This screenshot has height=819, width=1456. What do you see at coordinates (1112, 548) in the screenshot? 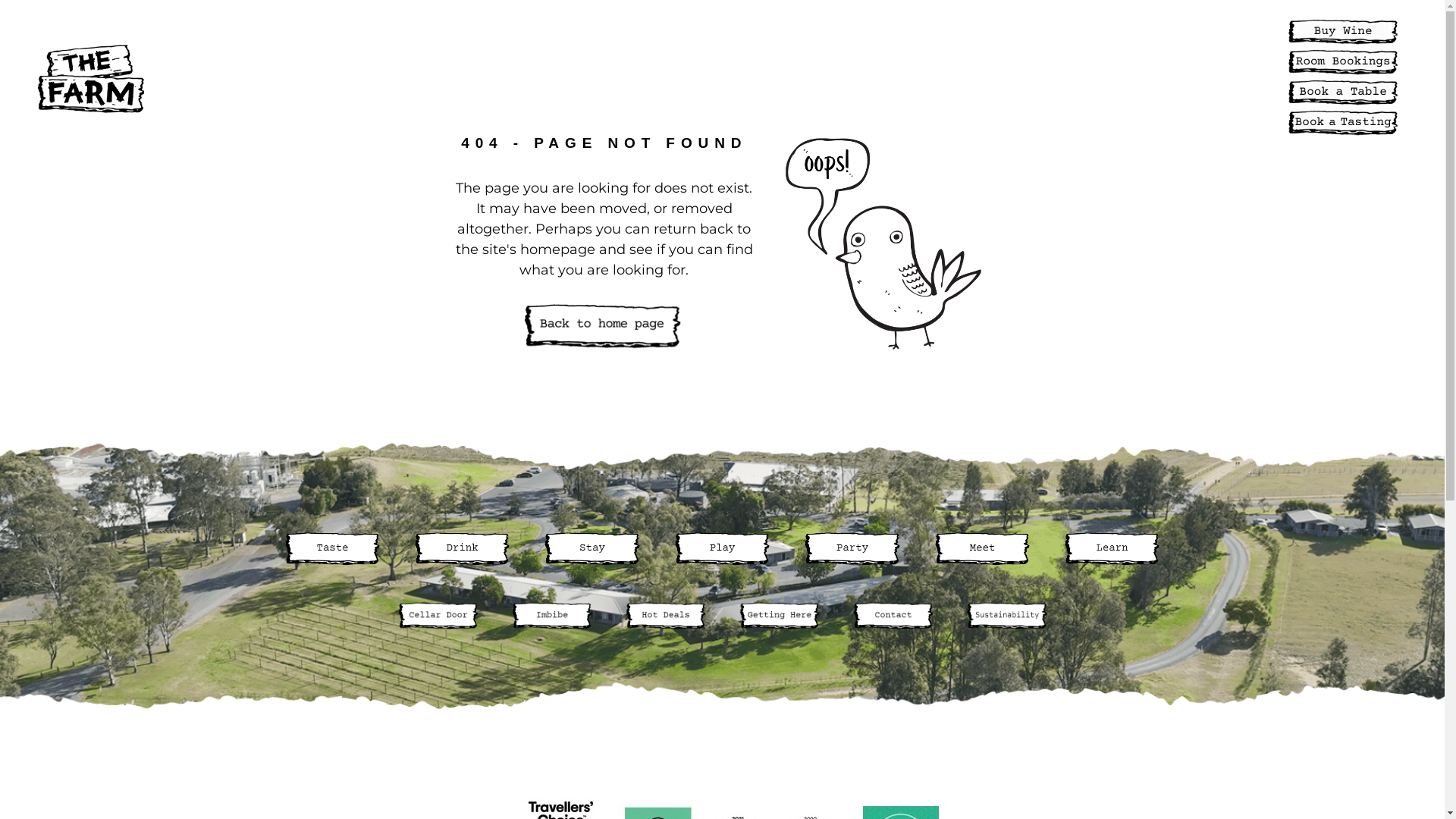
I see `'Learn-10'` at bounding box center [1112, 548].